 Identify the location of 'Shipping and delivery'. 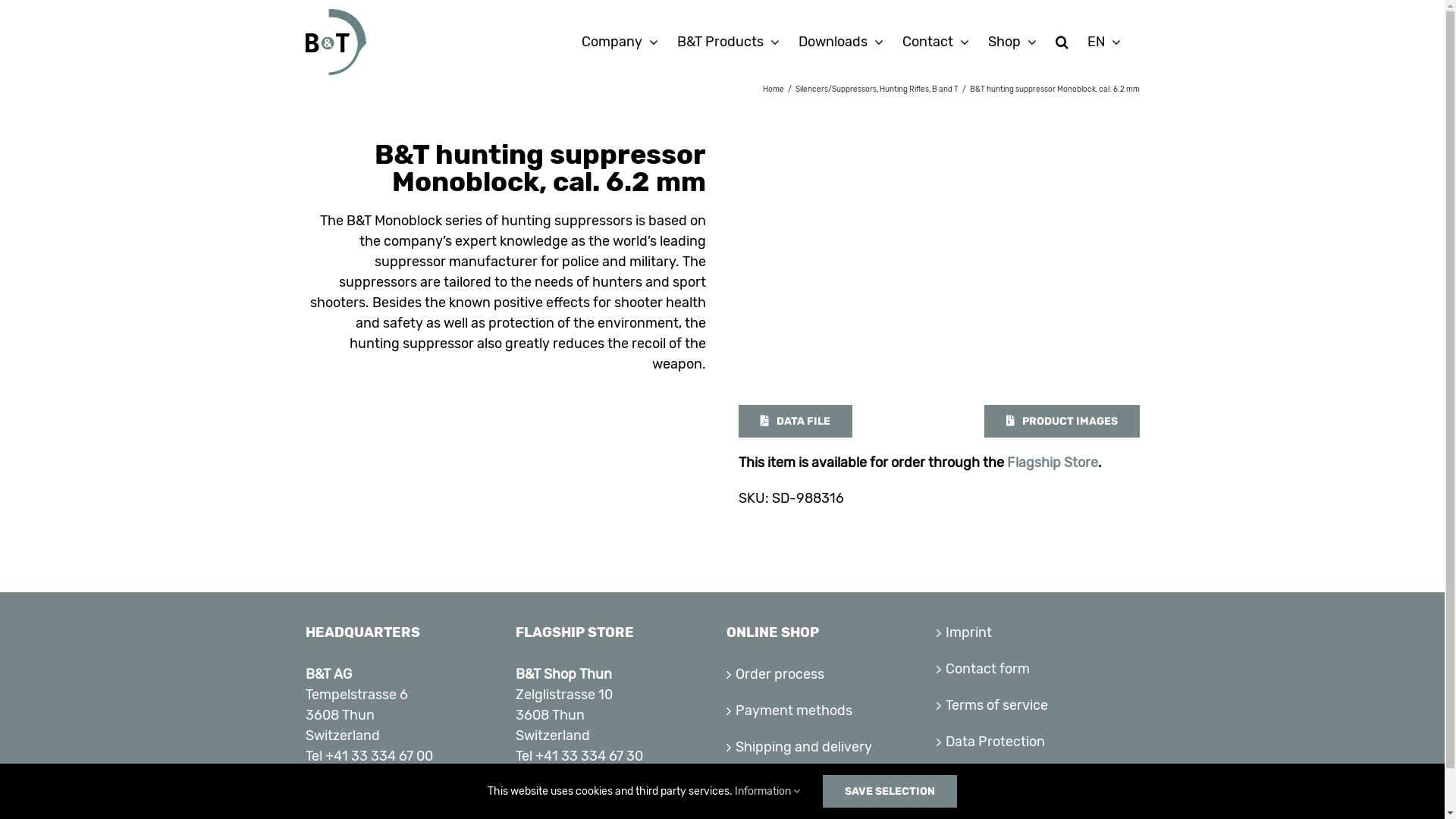
(828, 746).